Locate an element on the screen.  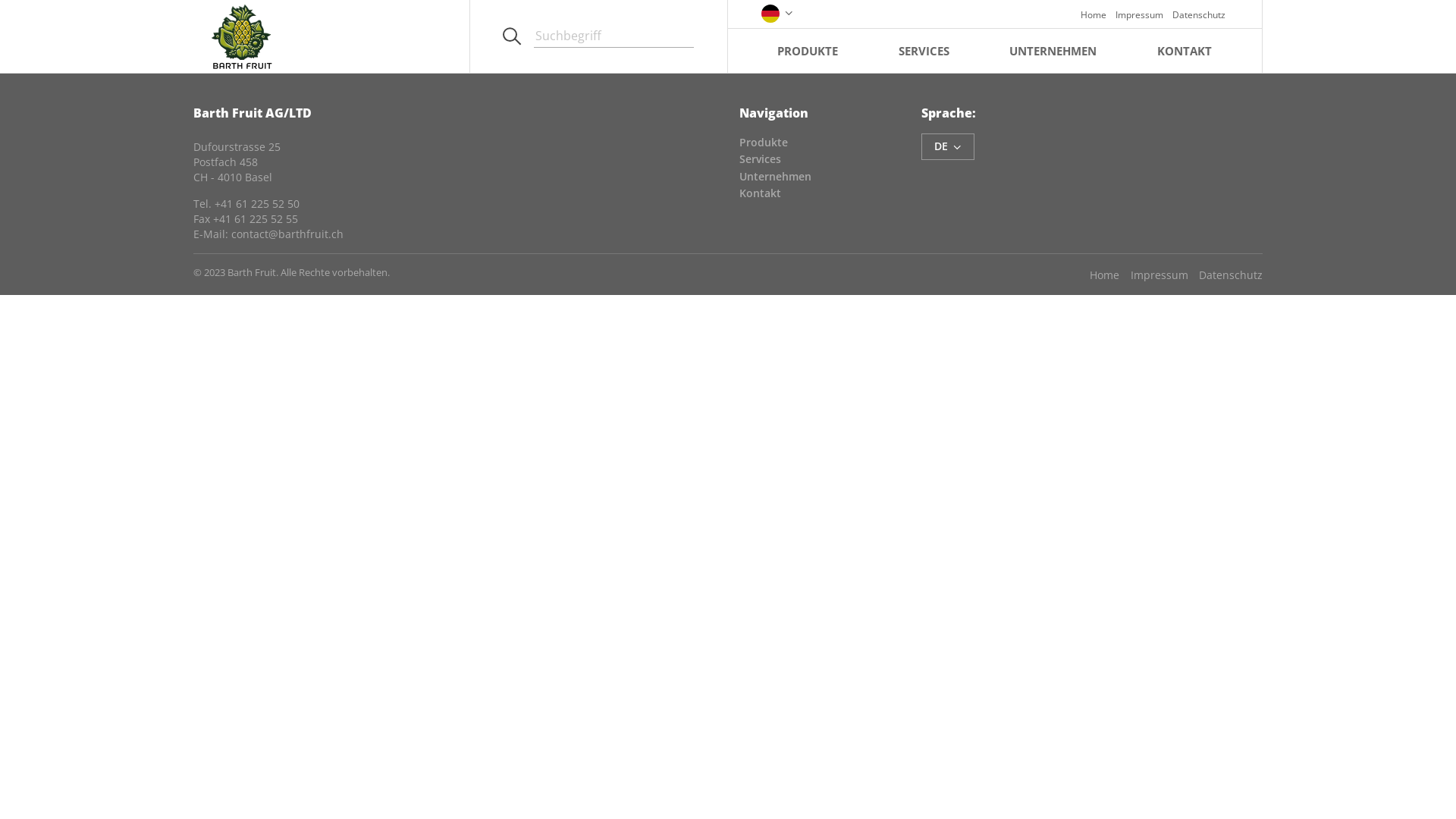
'DE' is located at coordinates (946, 146).